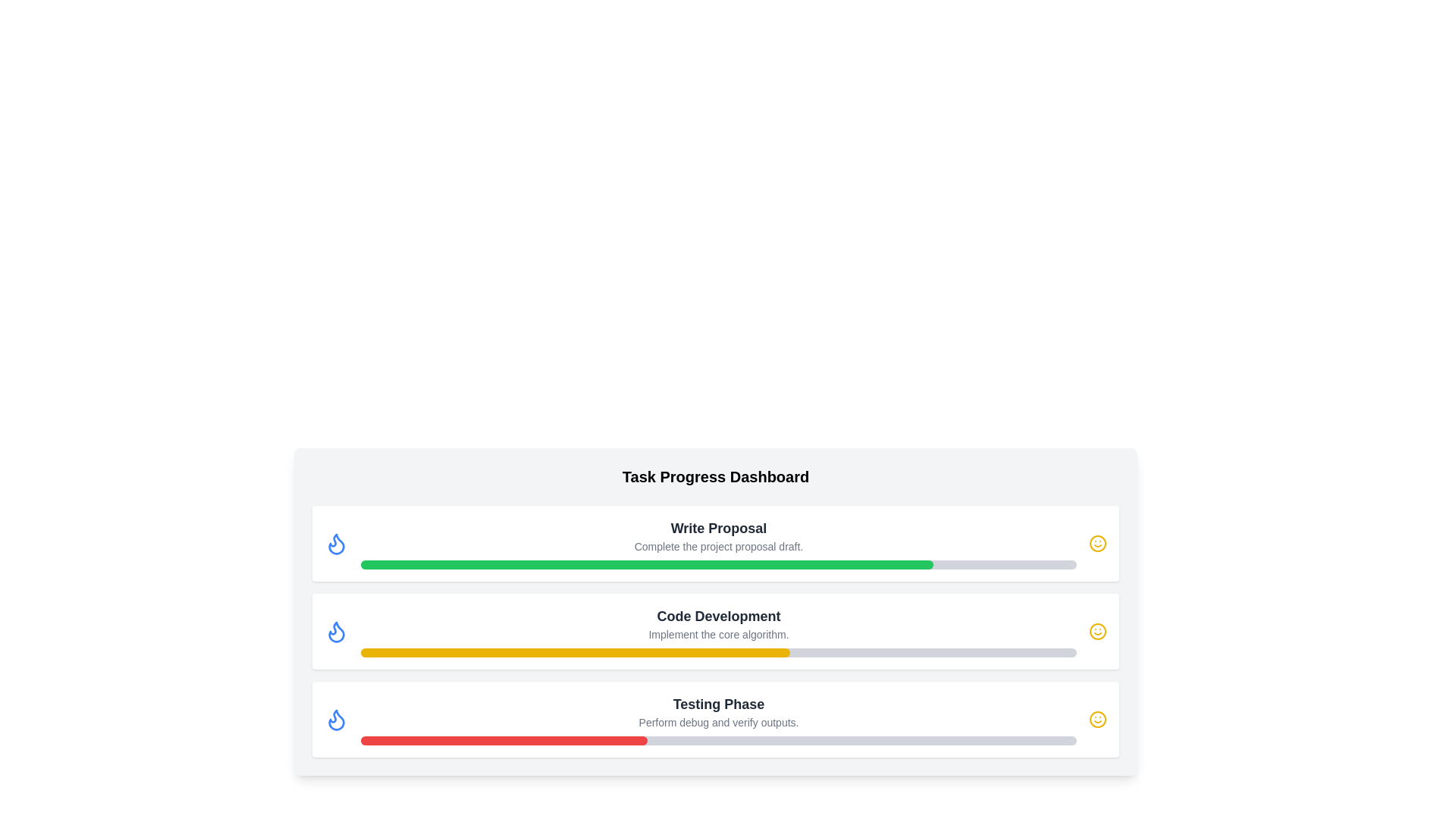 Image resolution: width=1456 pixels, height=819 pixels. I want to click on the 'Write Proposal' task item with progress indicator located in the Task Progress Dashboard, so click(718, 543).